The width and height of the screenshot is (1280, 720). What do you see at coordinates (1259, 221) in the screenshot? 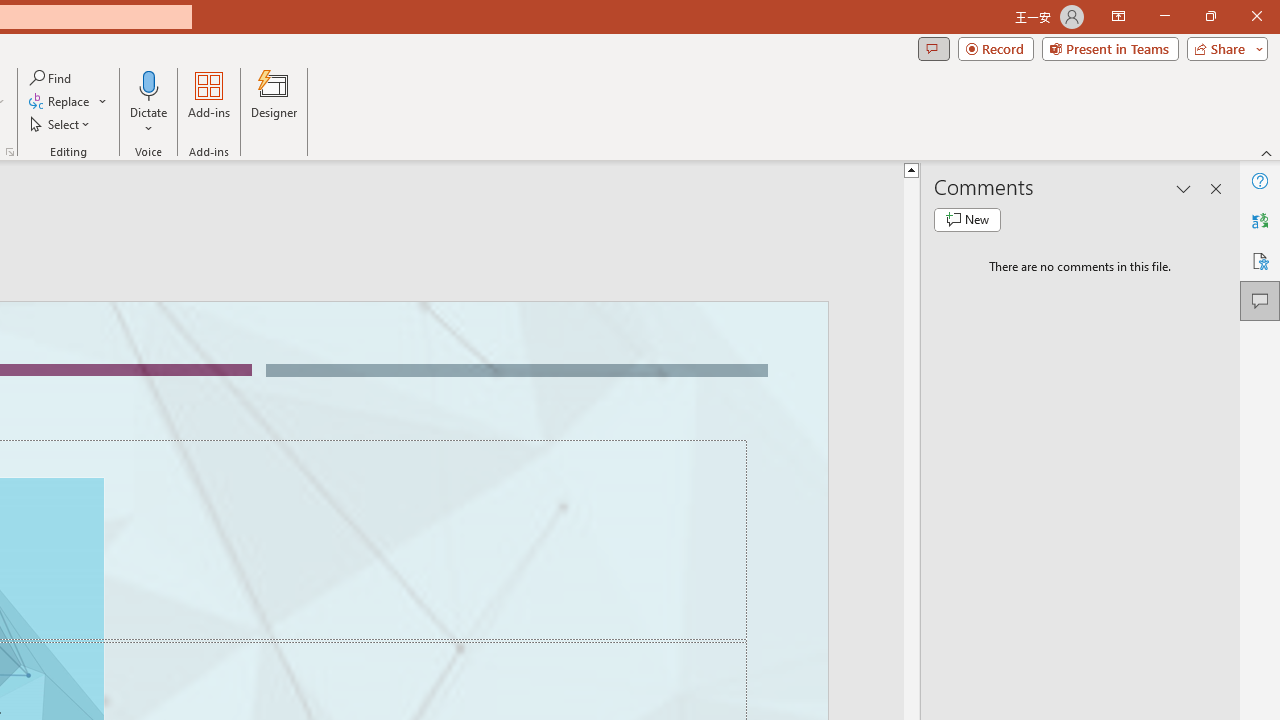
I see `'Translator'` at bounding box center [1259, 221].